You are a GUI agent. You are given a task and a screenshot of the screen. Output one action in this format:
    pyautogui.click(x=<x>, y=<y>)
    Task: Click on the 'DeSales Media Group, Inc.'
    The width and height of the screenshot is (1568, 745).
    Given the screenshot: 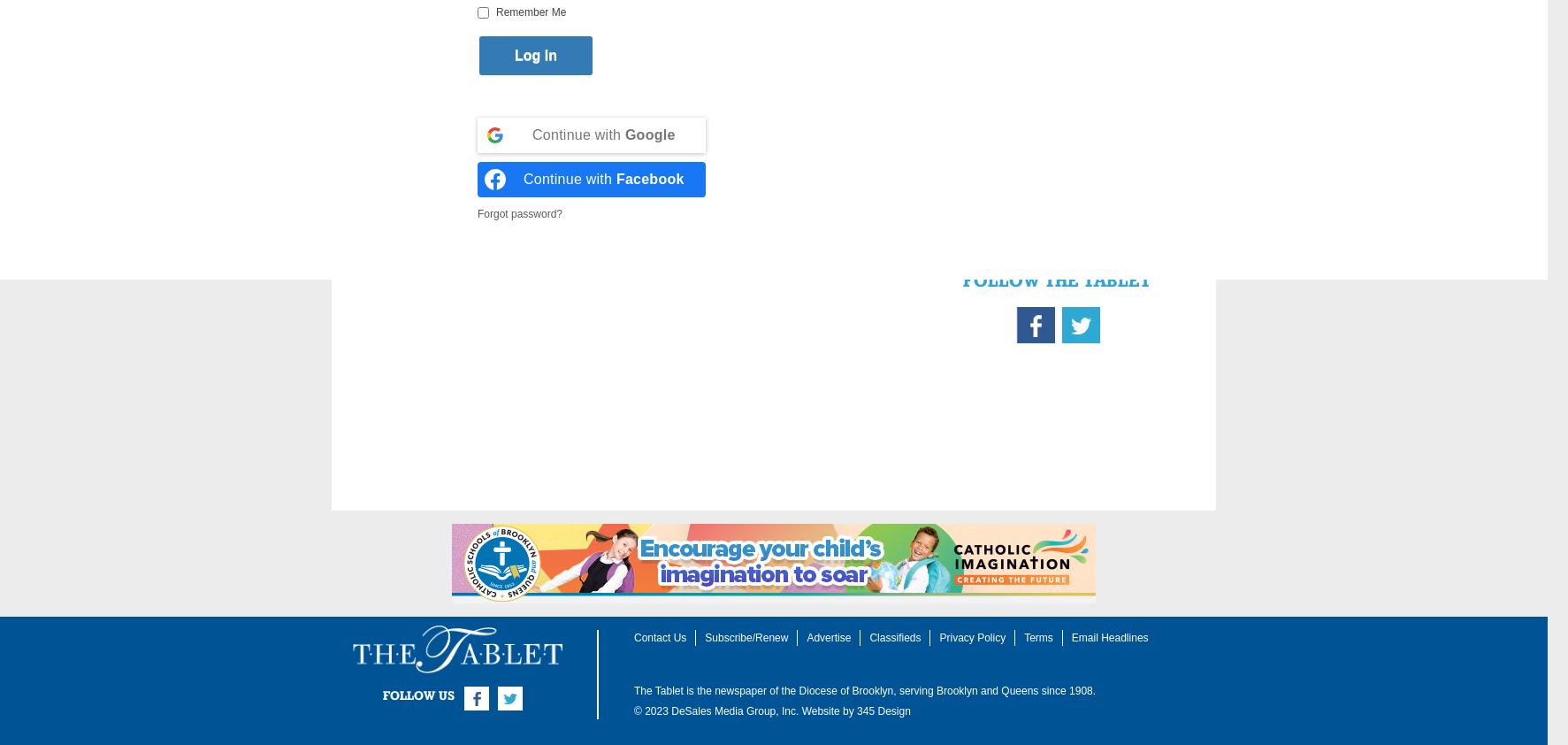 What is the action you would take?
    pyautogui.click(x=734, y=711)
    